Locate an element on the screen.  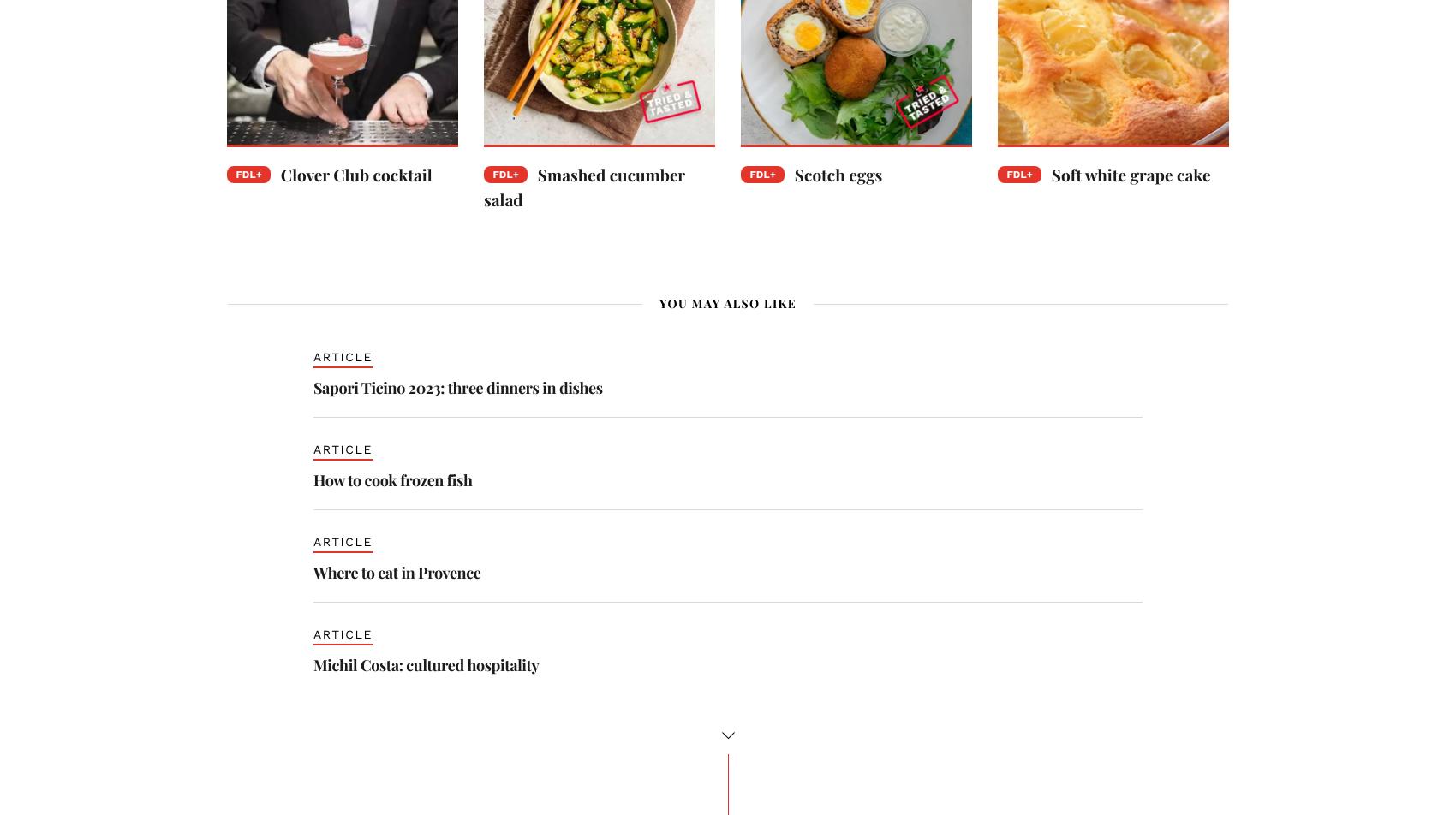
'Scotch eggs' is located at coordinates (835, 173).